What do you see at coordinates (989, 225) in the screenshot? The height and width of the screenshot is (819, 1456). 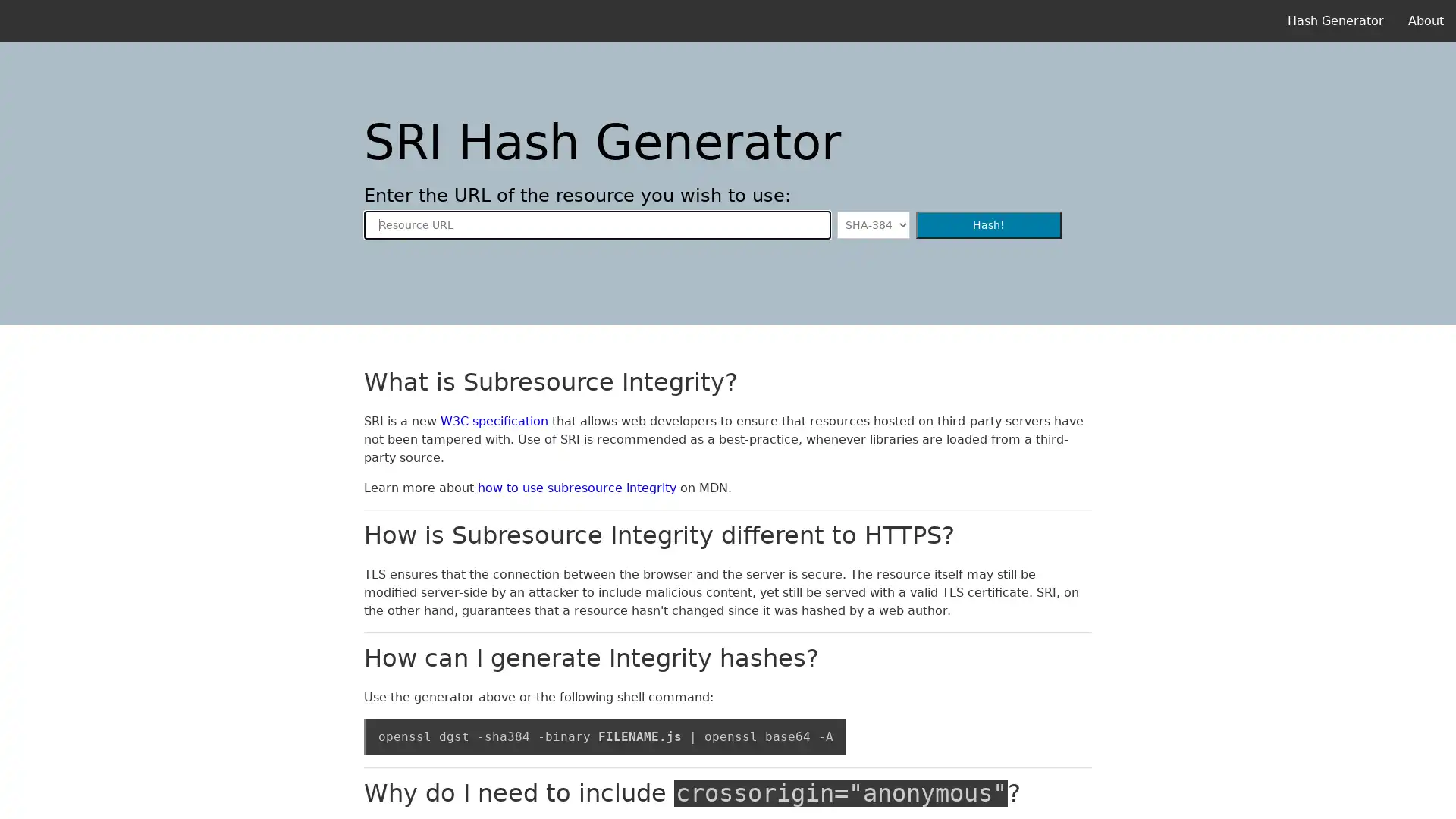 I see `Hash!` at bounding box center [989, 225].